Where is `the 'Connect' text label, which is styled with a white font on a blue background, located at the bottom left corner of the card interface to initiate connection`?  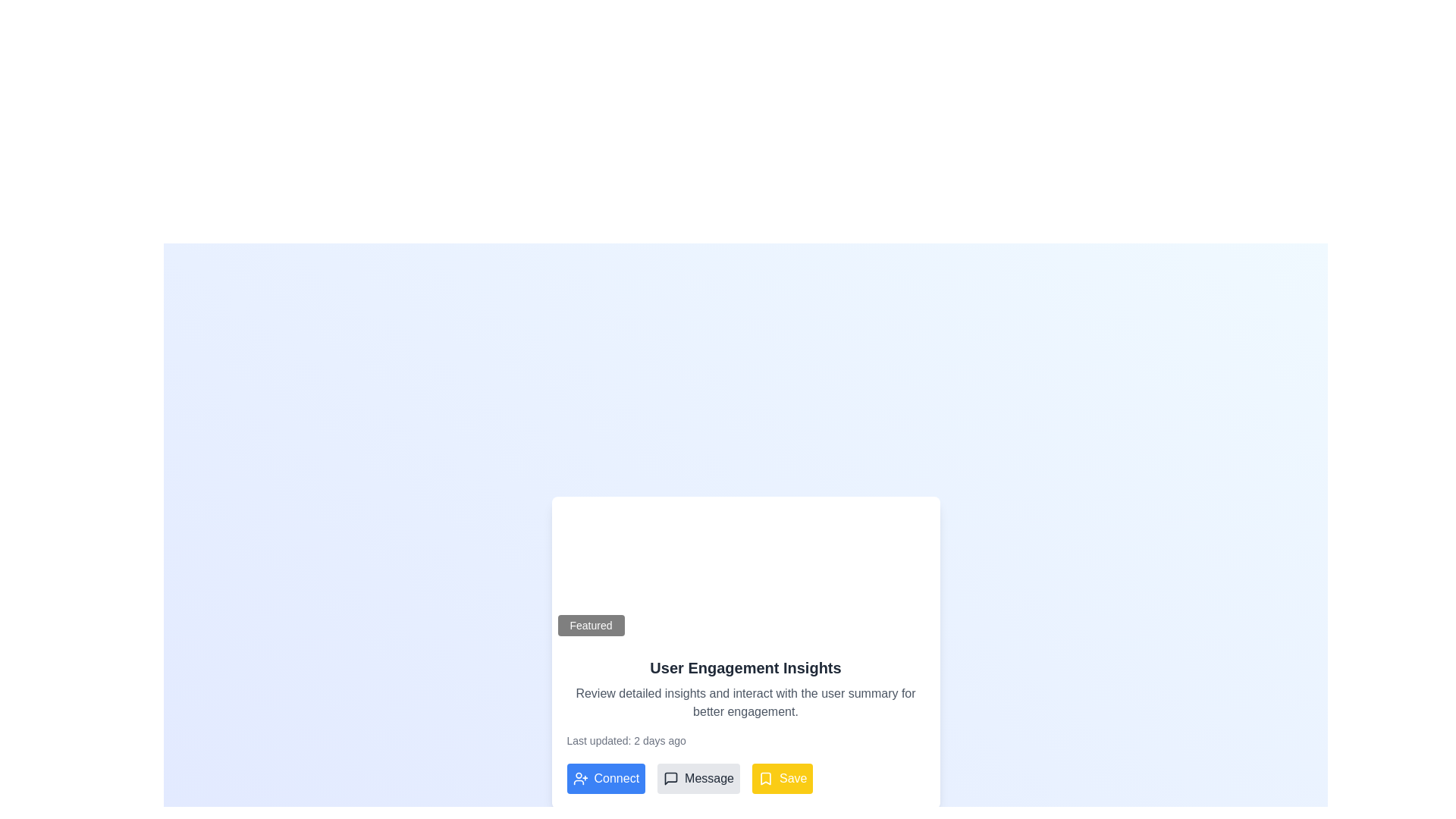
the 'Connect' text label, which is styled with a white font on a blue background, located at the bottom left corner of the card interface to initiate connection is located at coordinates (617, 778).